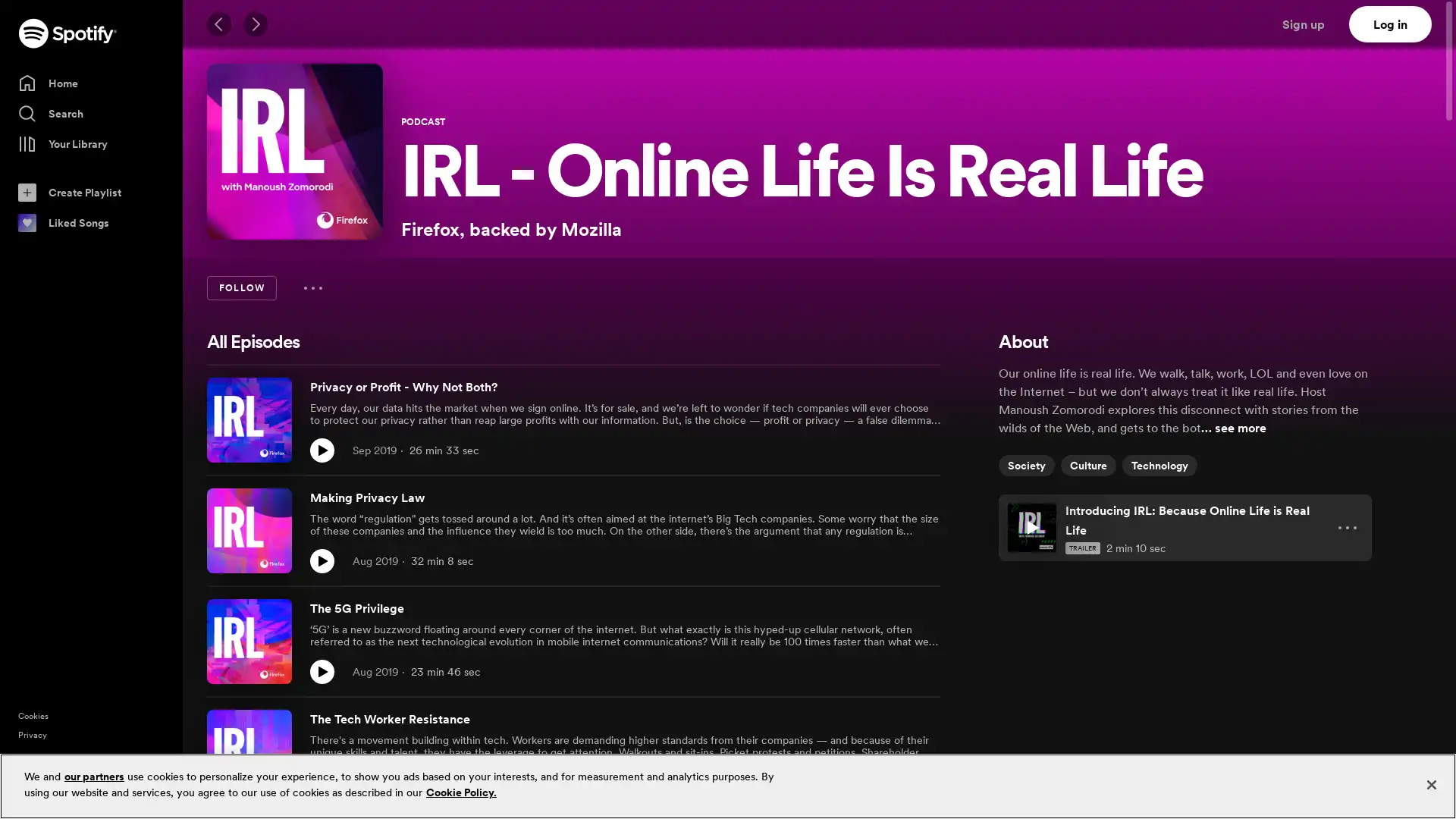 Image resolution: width=1456 pixels, height=819 pixels. What do you see at coordinates (322, 561) in the screenshot?
I see `Play Making Privacy Law by IRL - Online Life Is Real Life` at bounding box center [322, 561].